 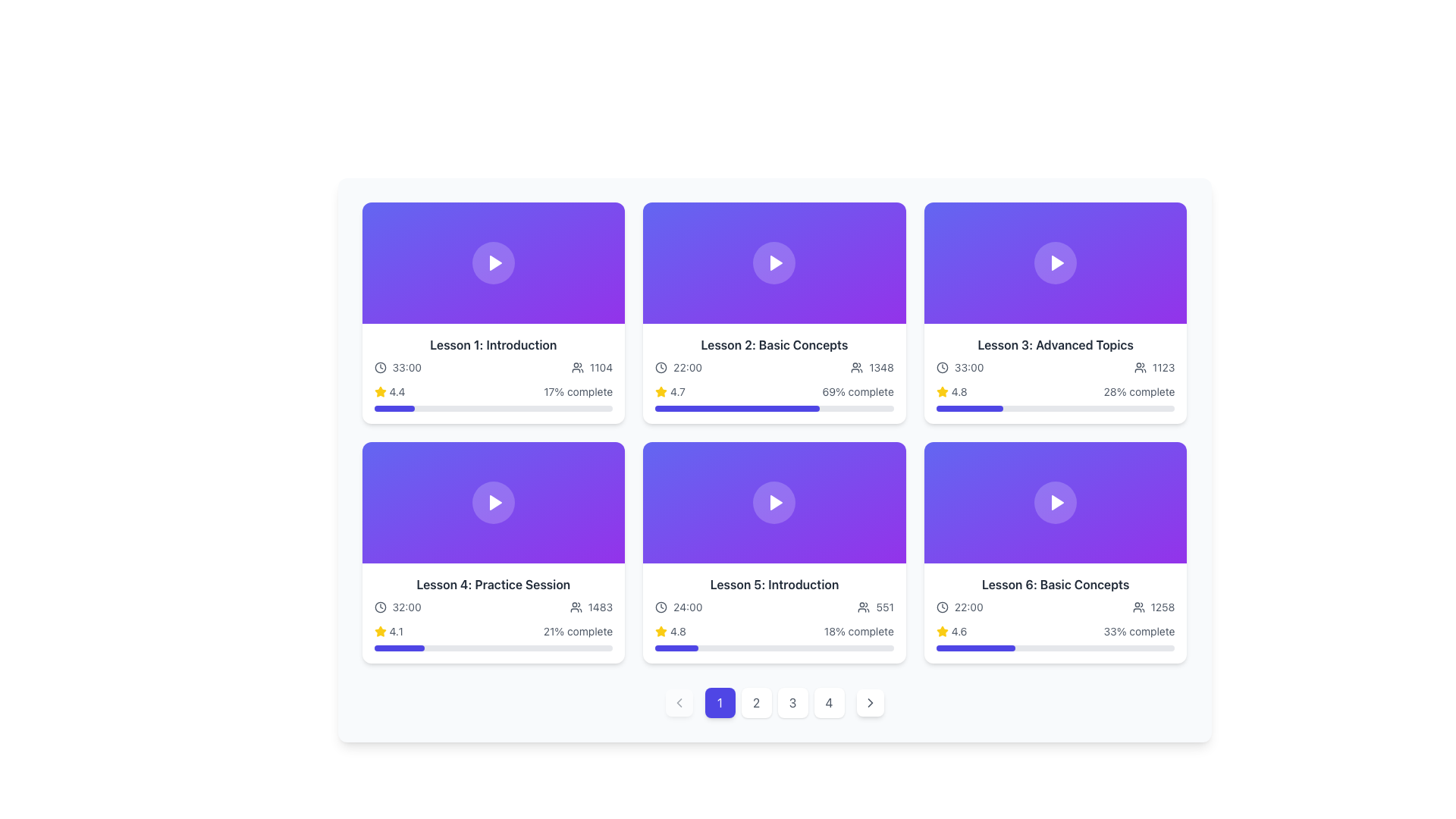 What do you see at coordinates (397, 607) in the screenshot?
I see `the informational group displaying the duration of the session for 'Lesson 4: Practice Session', located at the bottom-left of the card, above the rating and progress bar` at bounding box center [397, 607].